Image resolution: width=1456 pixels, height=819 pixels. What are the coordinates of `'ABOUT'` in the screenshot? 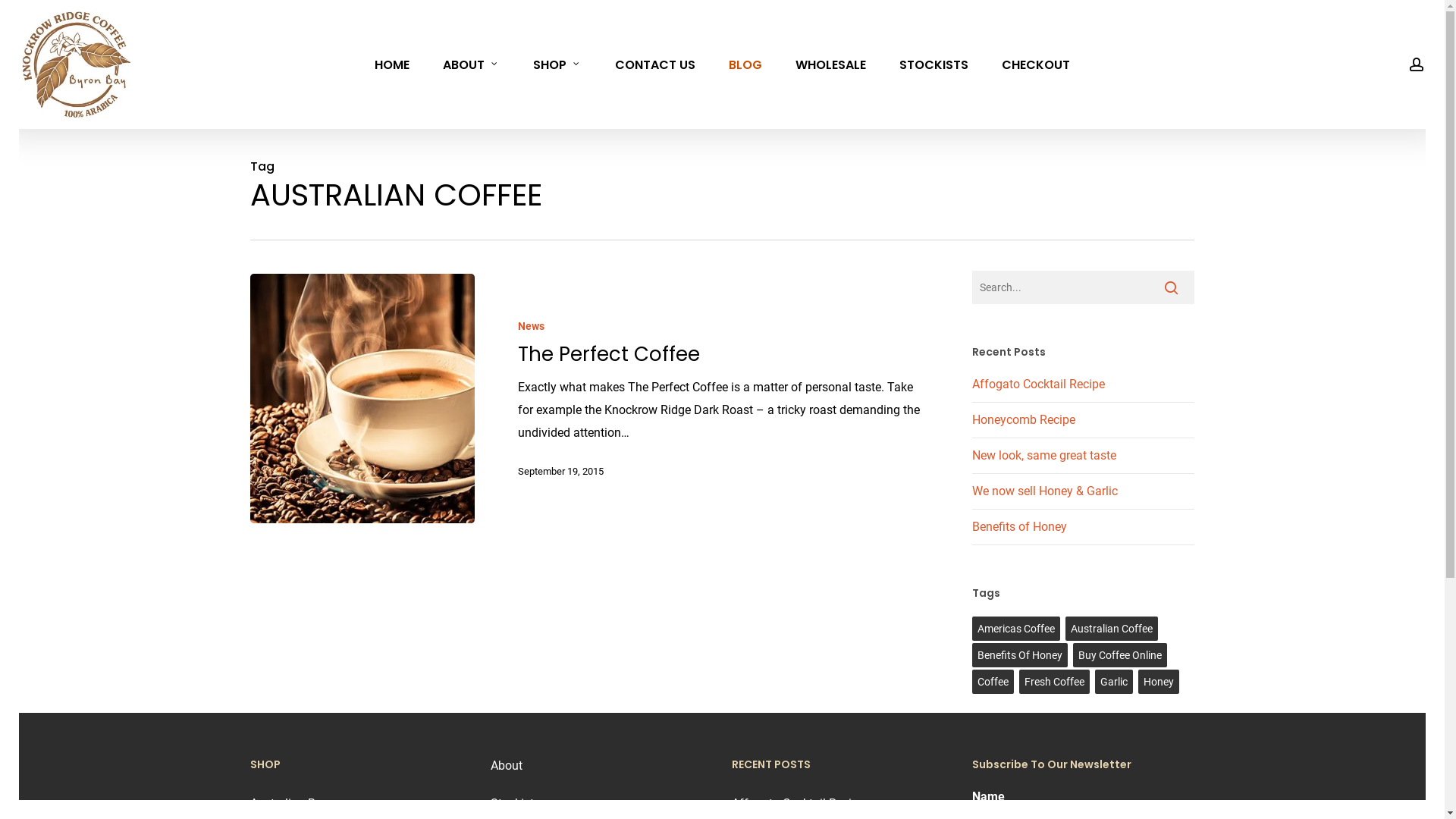 It's located at (470, 63).